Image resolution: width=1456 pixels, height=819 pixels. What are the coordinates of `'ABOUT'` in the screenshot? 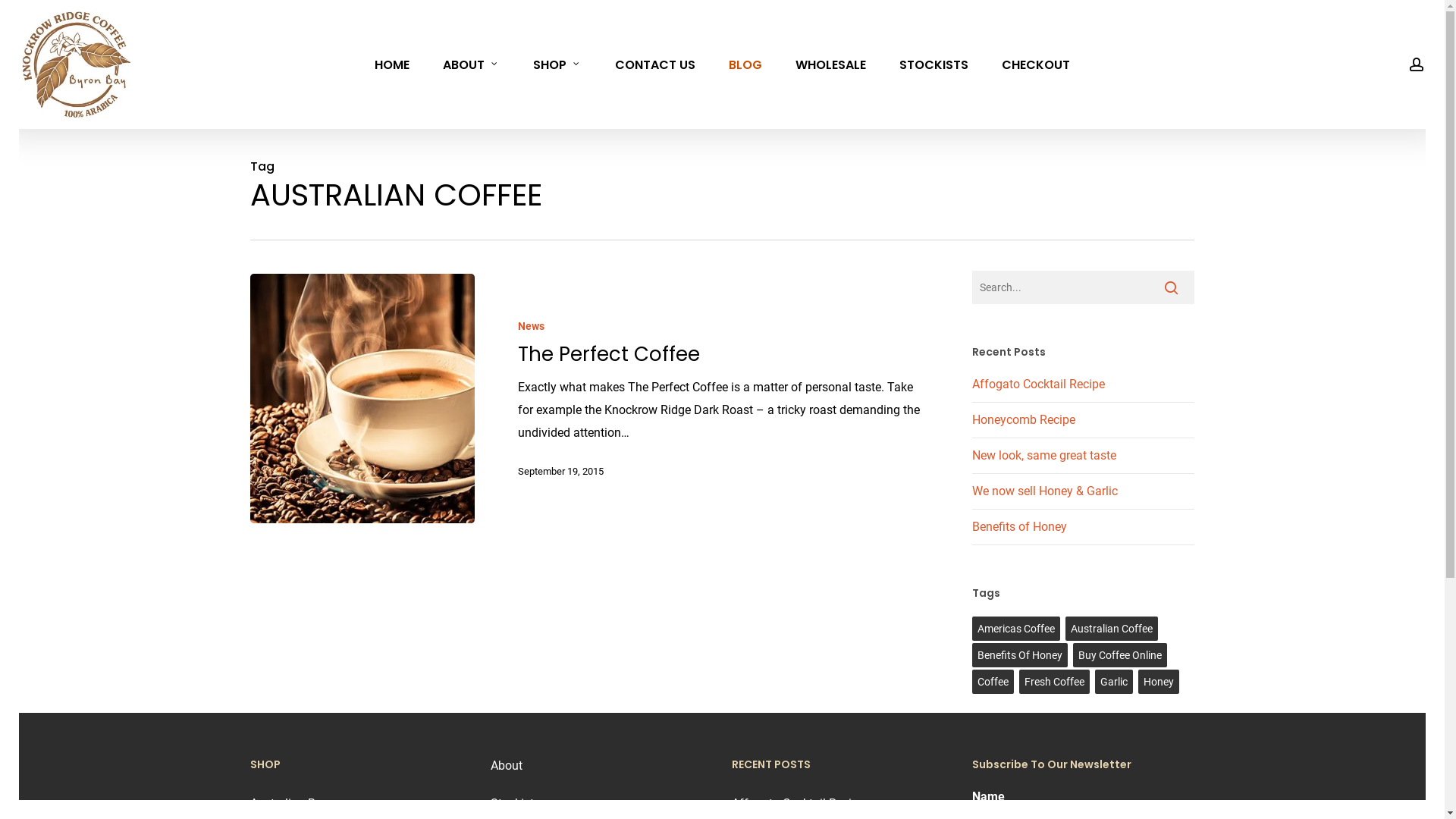 It's located at (470, 63).